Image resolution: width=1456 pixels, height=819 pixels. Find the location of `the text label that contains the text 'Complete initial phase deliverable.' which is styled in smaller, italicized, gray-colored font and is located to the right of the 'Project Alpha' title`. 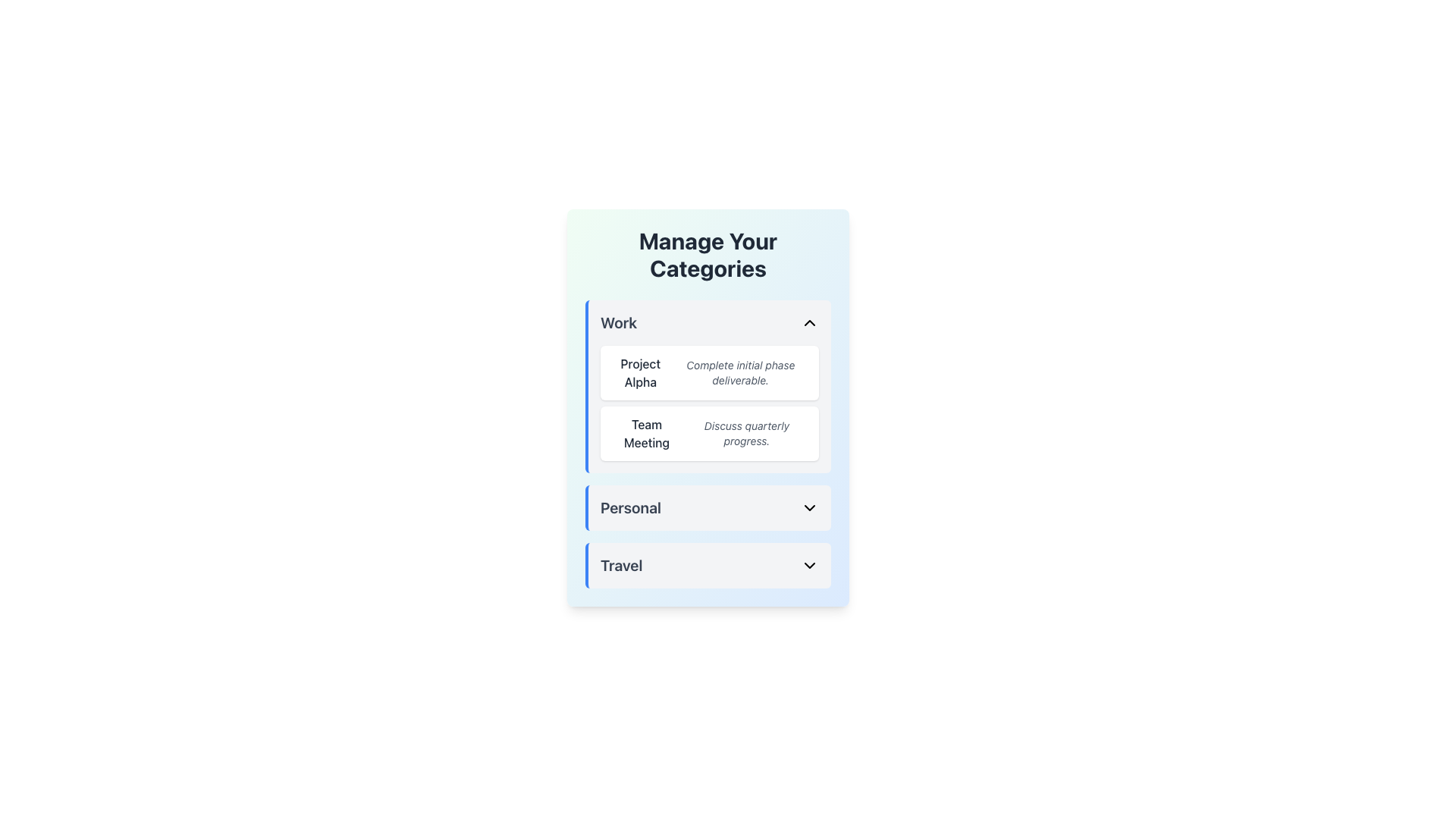

the text label that contains the text 'Complete initial phase deliverable.' which is styled in smaller, italicized, gray-colored font and is located to the right of the 'Project Alpha' title is located at coordinates (740, 373).